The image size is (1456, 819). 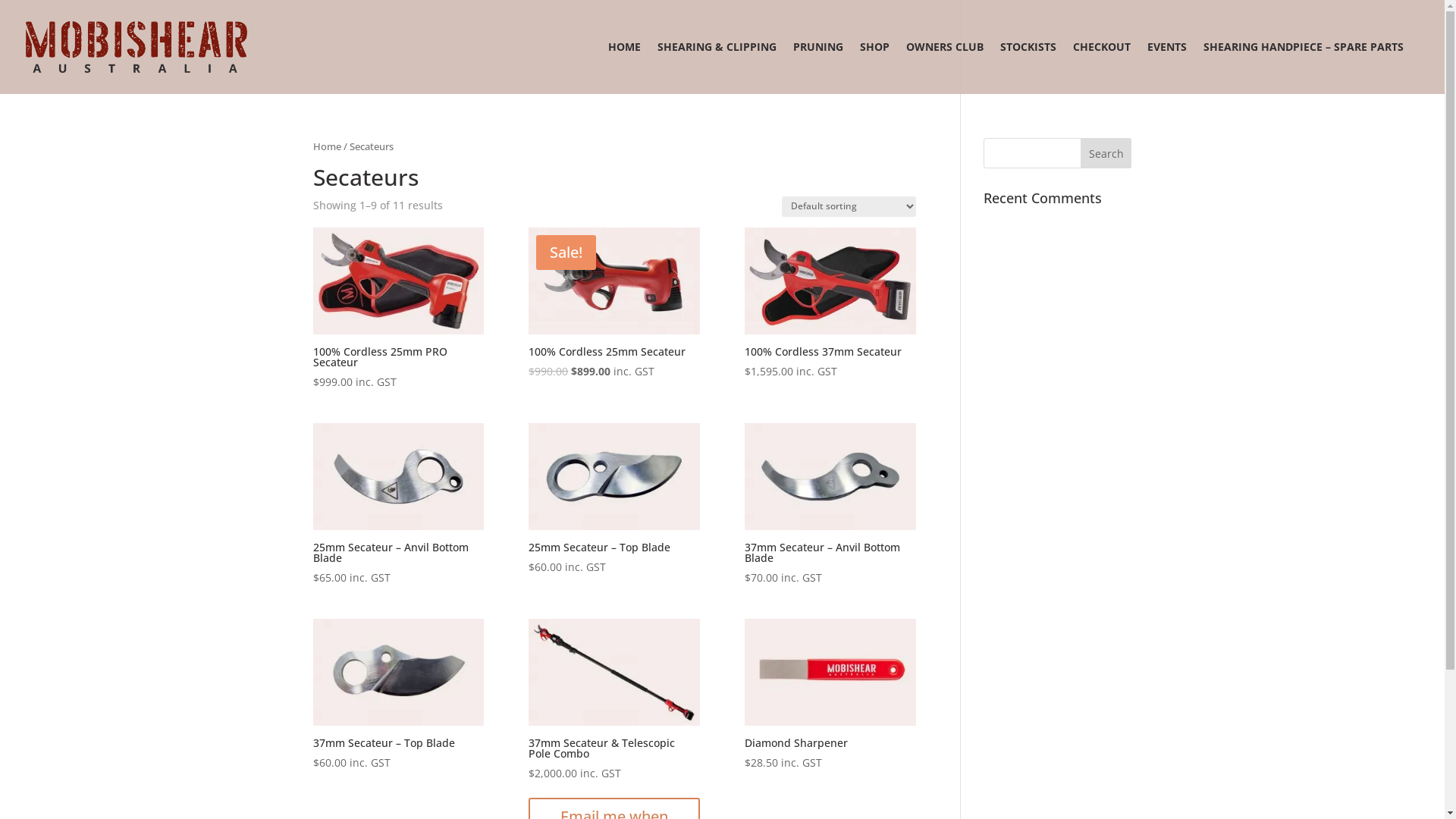 I want to click on 'OWNERS CLUB', so click(x=944, y=67).